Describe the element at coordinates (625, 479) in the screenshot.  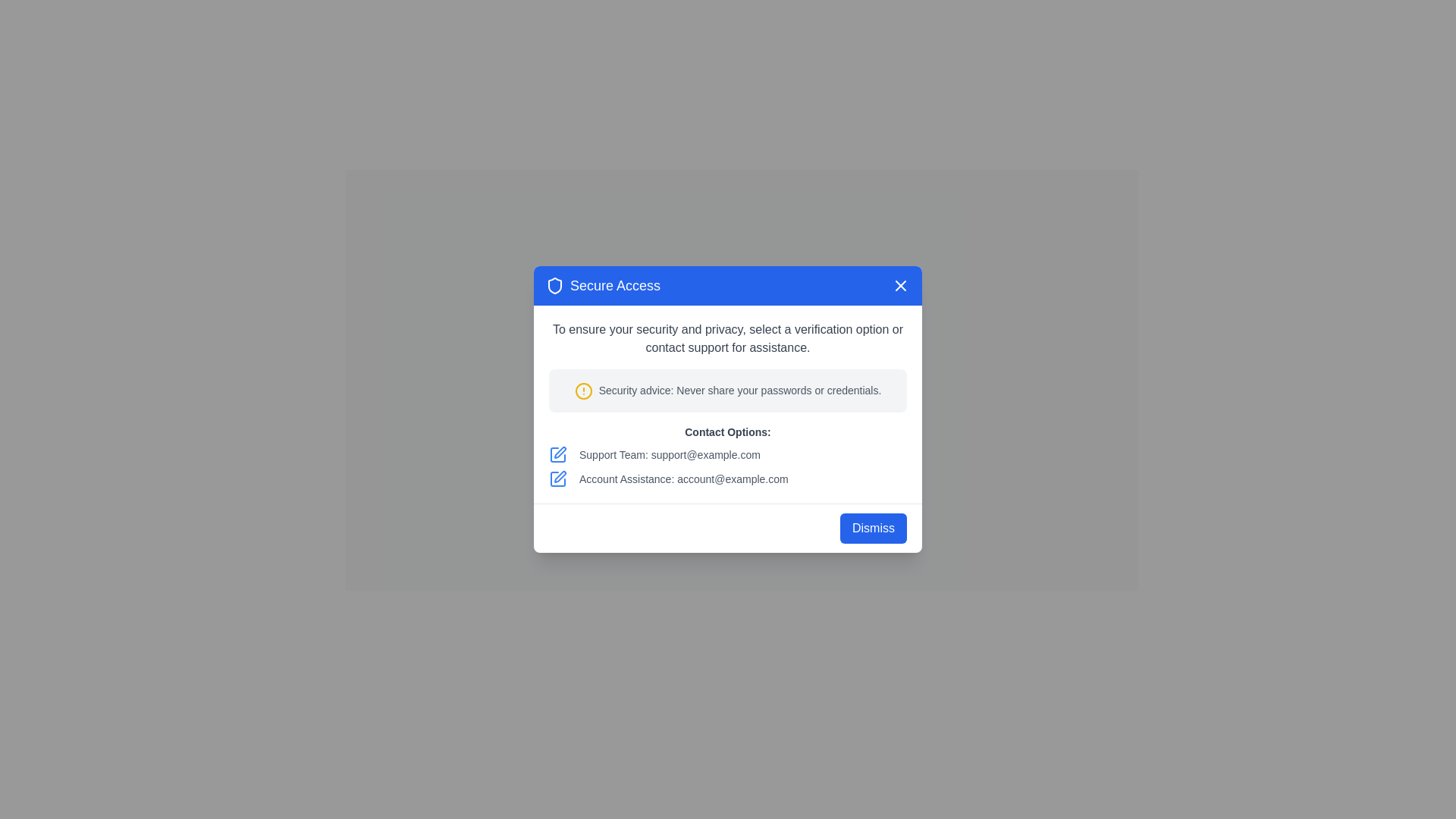
I see `the text label 'Account Assistance' which introduces the associated contact email address in the dialog box` at that location.